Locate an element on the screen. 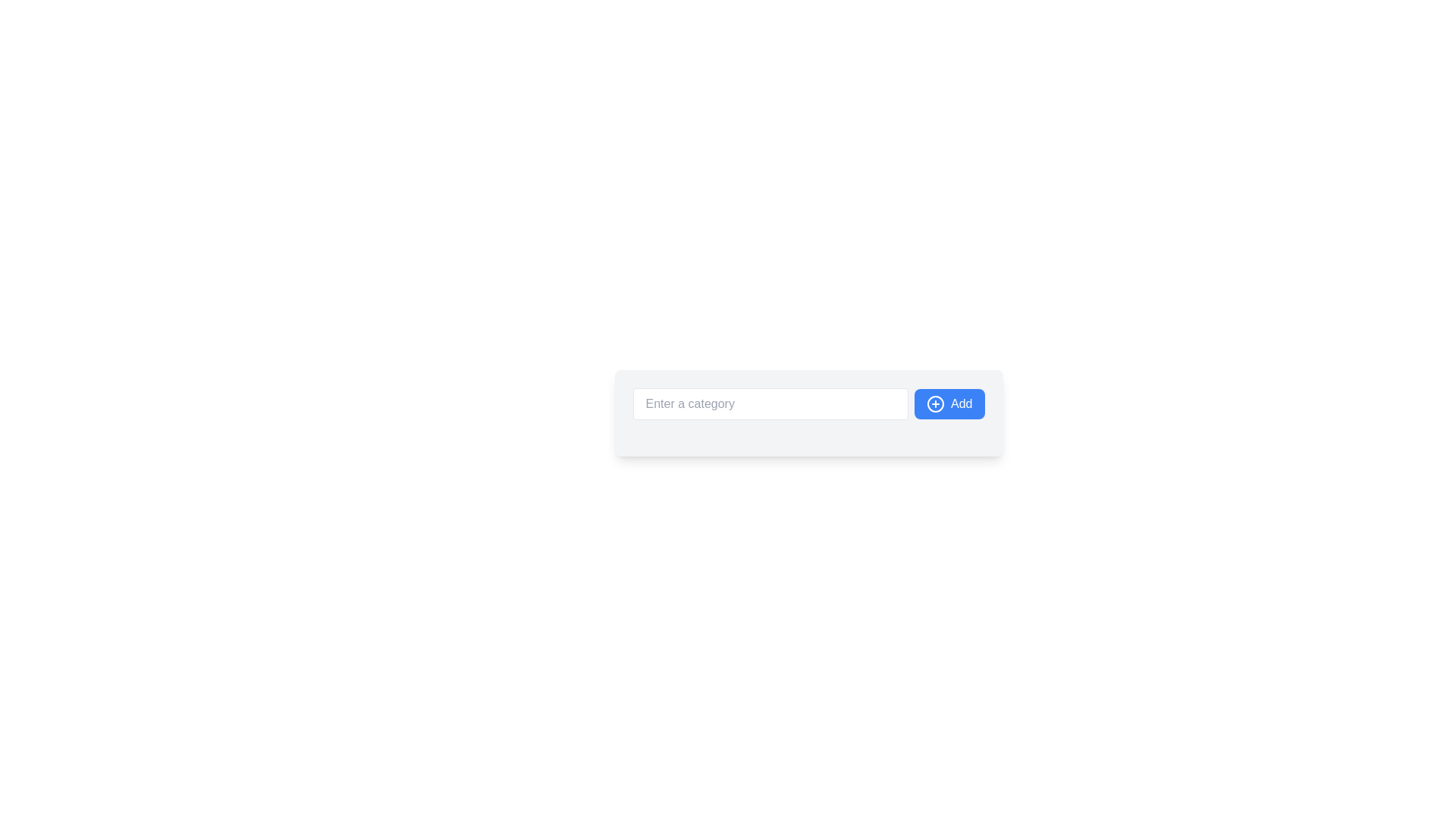  the 'Add' button, which has a vibrant blue background and a circular '+' icon to the left of the white text, located immediately to the right of the 'Enter a category' input field is located at coordinates (949, 403).